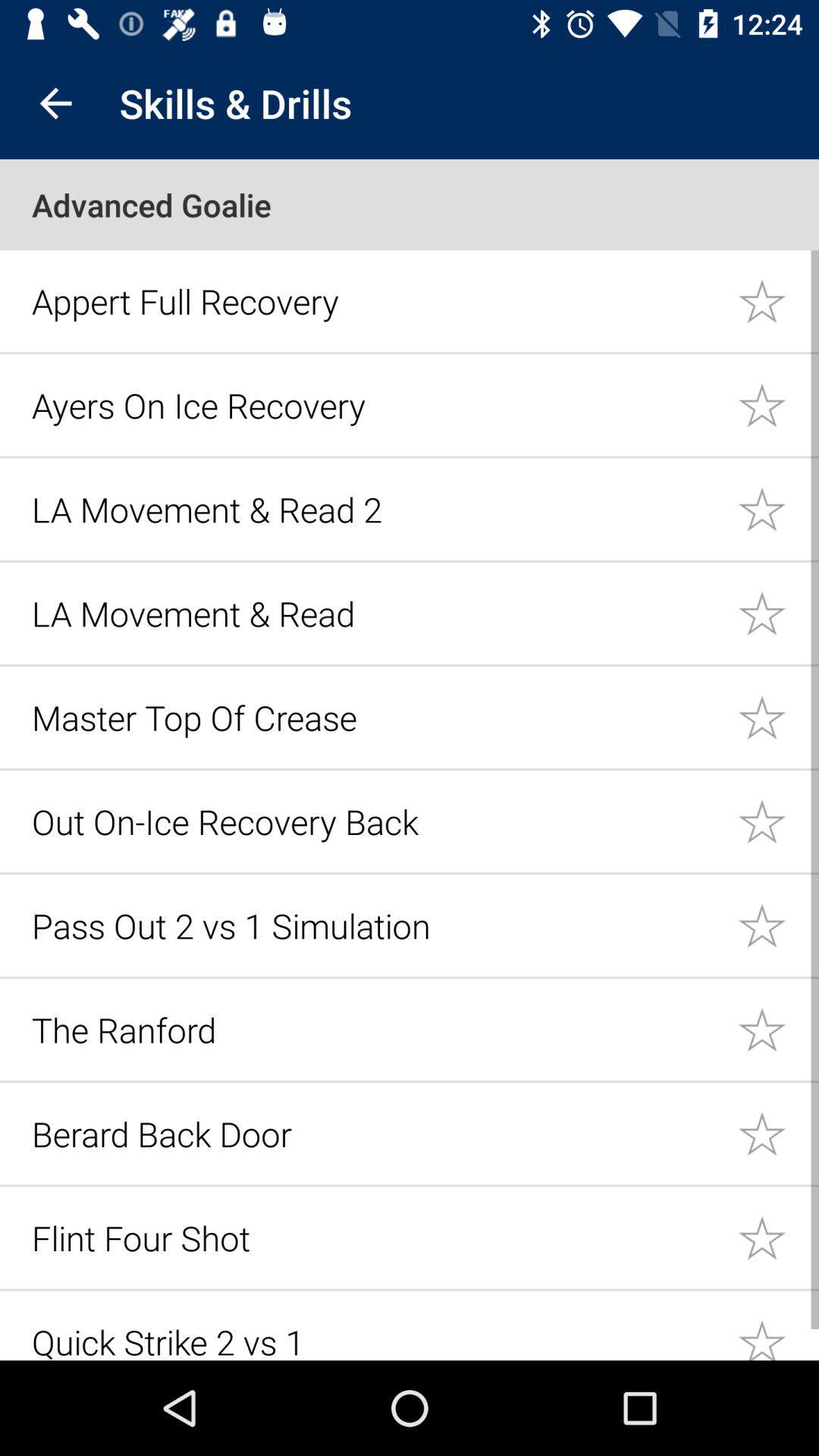  I want to click on highlight star, so click(778, 716).